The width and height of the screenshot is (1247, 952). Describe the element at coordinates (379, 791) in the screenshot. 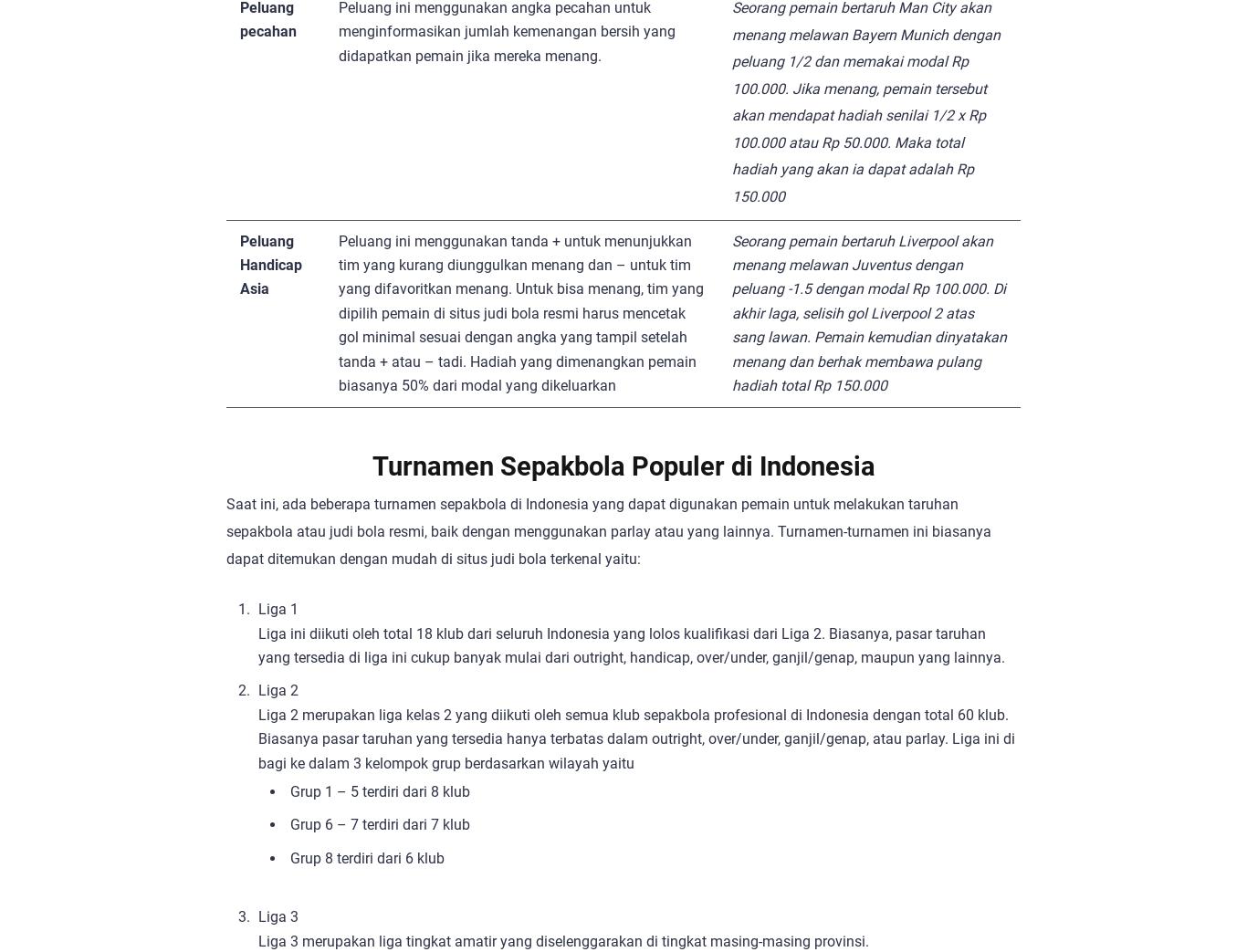

I see `'Grup 1 – 5 terdiri dari 8 klub'` at that location.